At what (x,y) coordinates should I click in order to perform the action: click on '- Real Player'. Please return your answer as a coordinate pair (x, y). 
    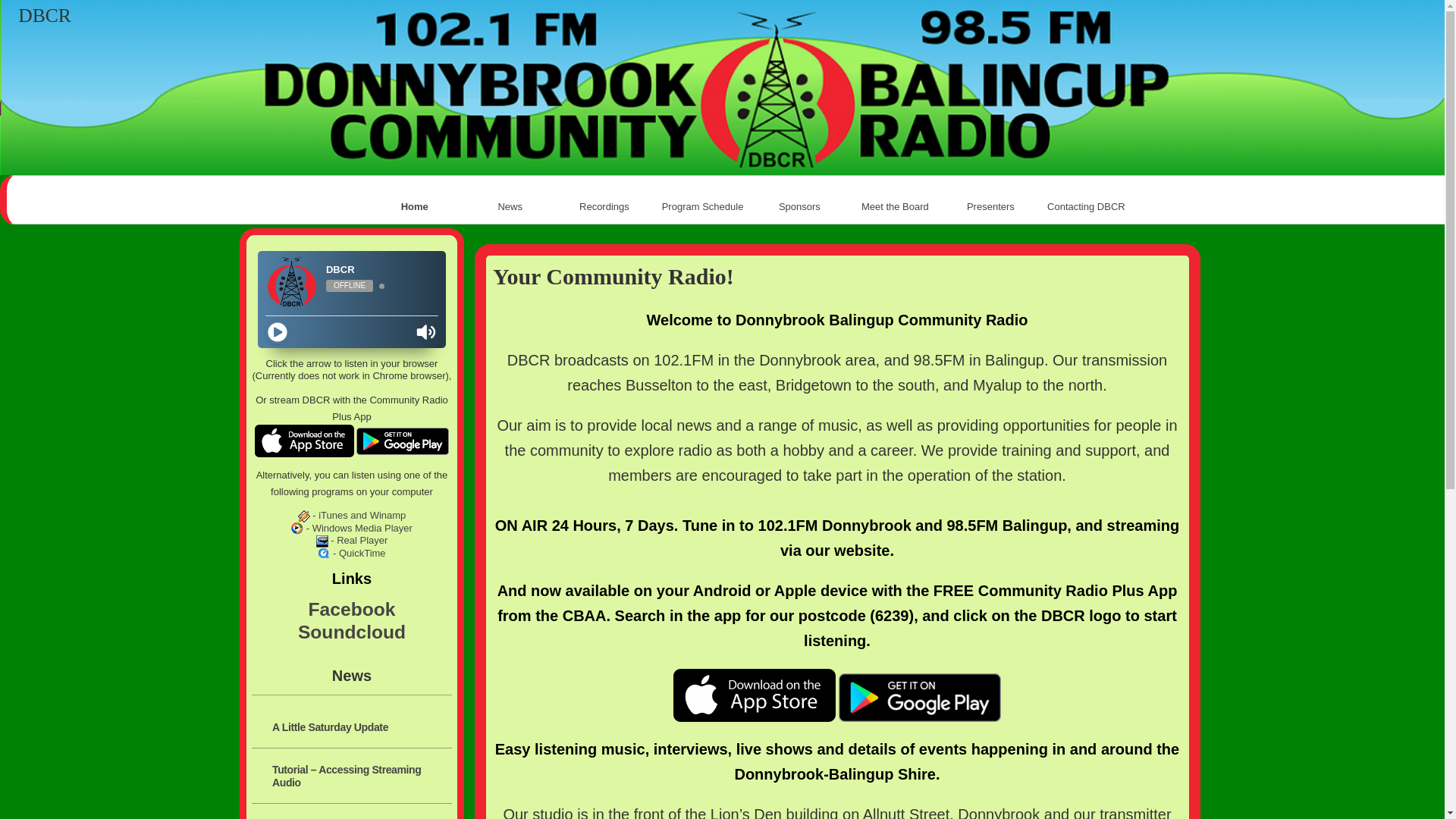
    Looking at the image, I should click on (351, 539).